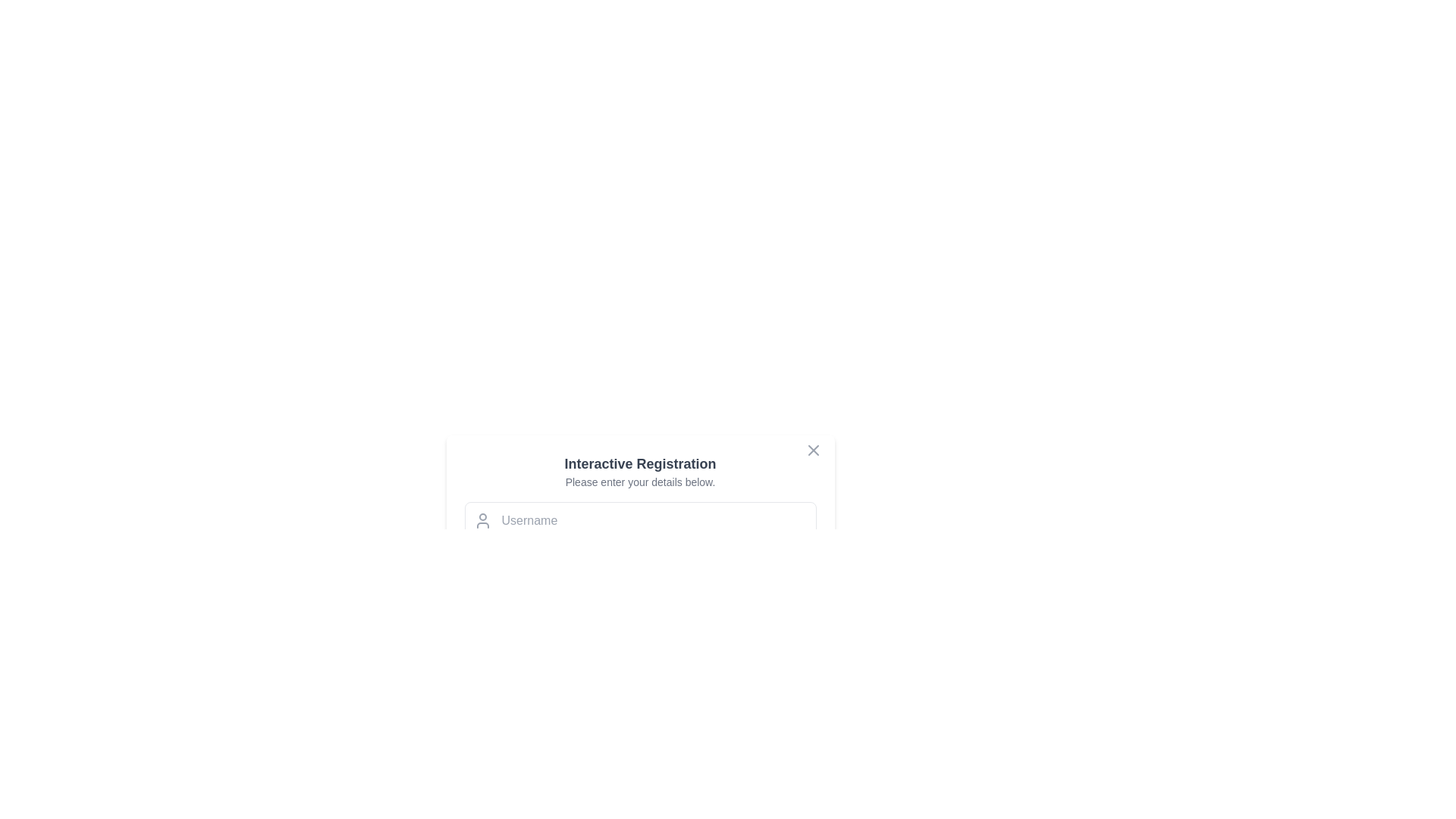 This screenshot has height=819, width=1456. What do you see at coordinates (482, 519) in the screenshot?
I see `the SVG icon representing a user profile, which is located on the left side inside the input field for the 'Username'` at bounding box center [482, 519].